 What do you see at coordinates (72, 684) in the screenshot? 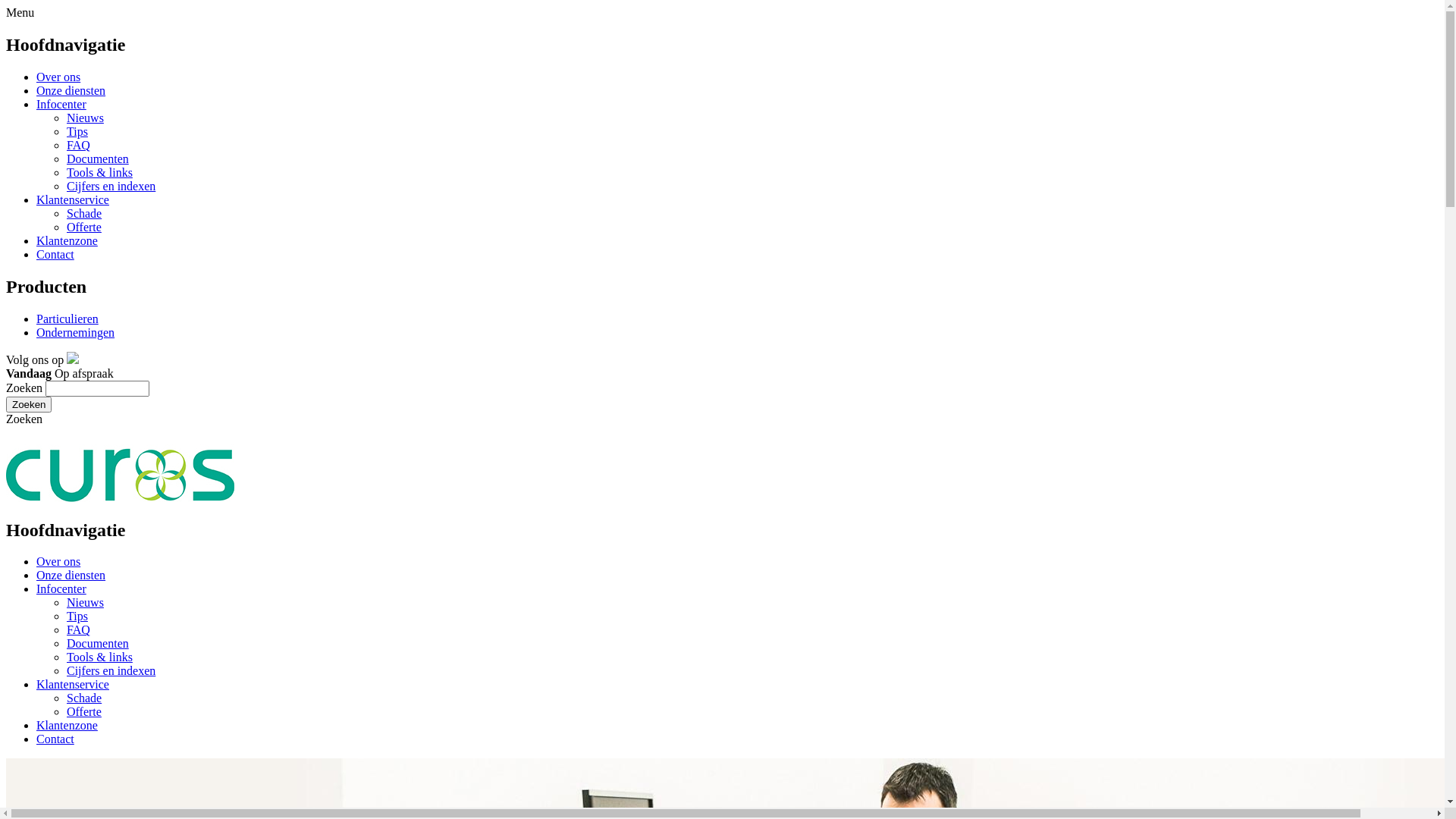
I see `'Klantenservice'` at bounding box center [72, 684].